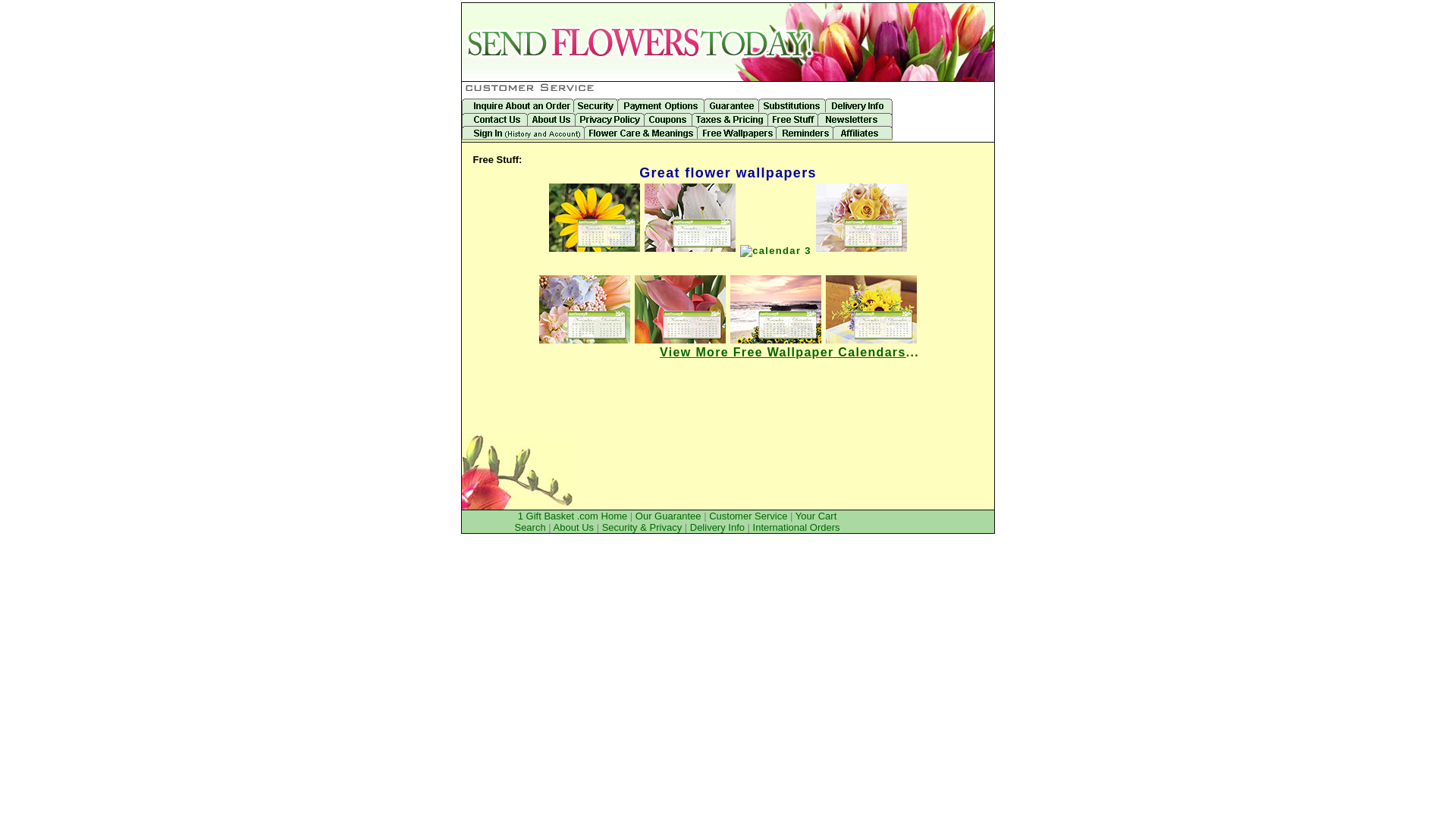  What do you see at coordinates (572, 515) in the screenshot?
I see `'1 Gift Basket .com Home'` at bounding box center [572, 515].